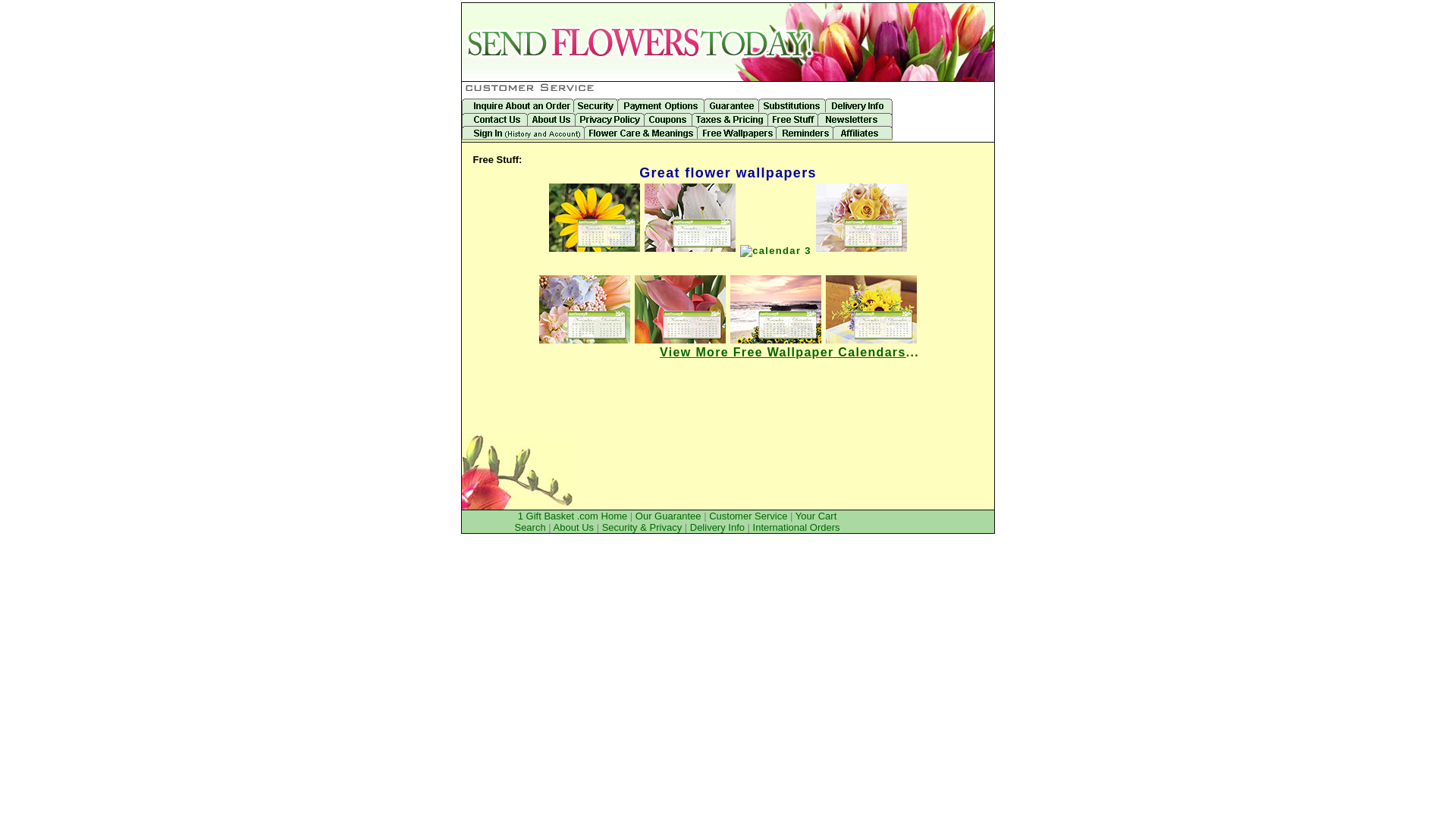  What do you see at coordinates (572, 515) in the screenshot?
I see `'1 Gift Basket .com Home'` at bounding box center [572, 515].